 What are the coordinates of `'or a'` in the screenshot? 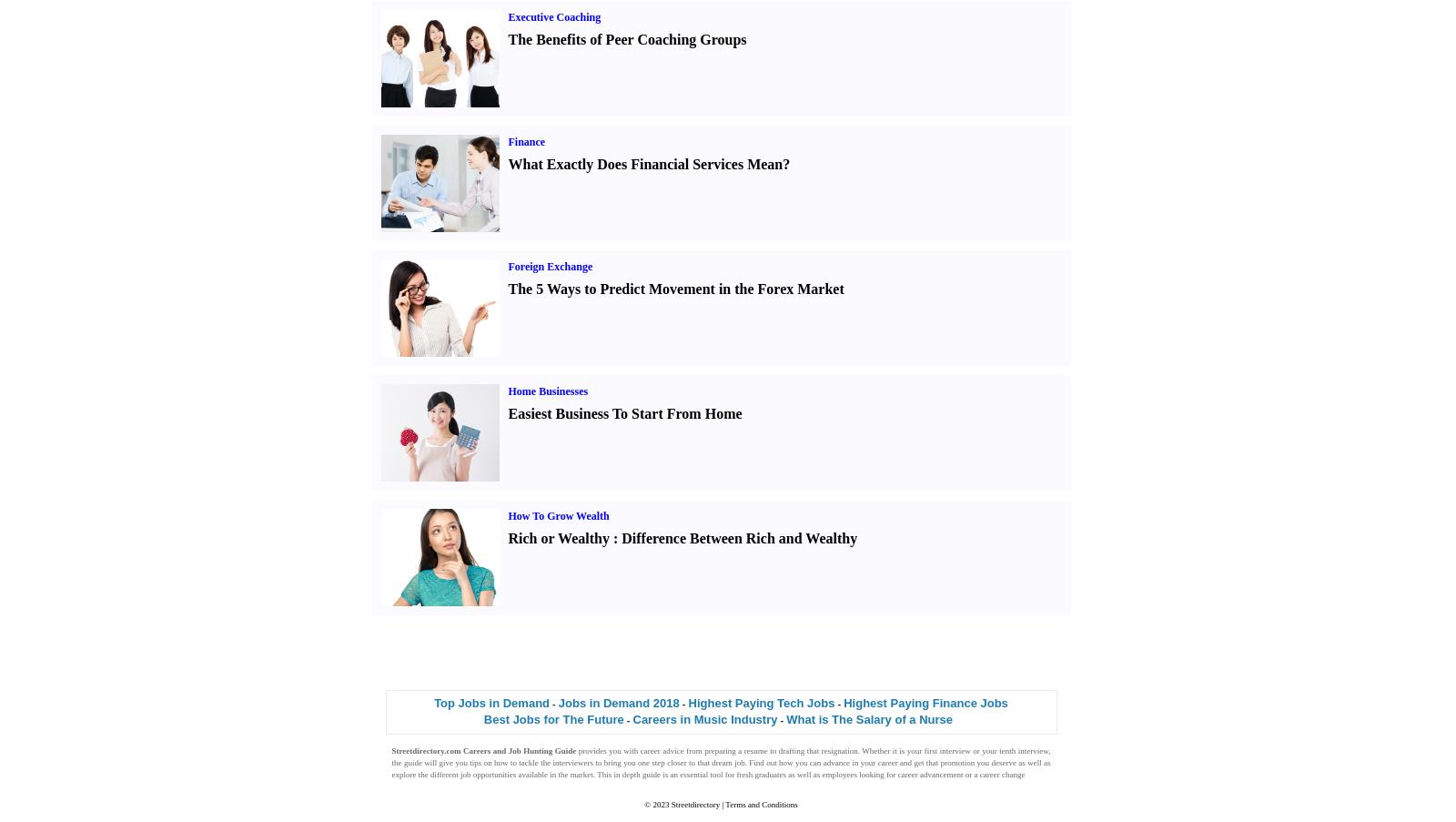 It's located at (971, 773).